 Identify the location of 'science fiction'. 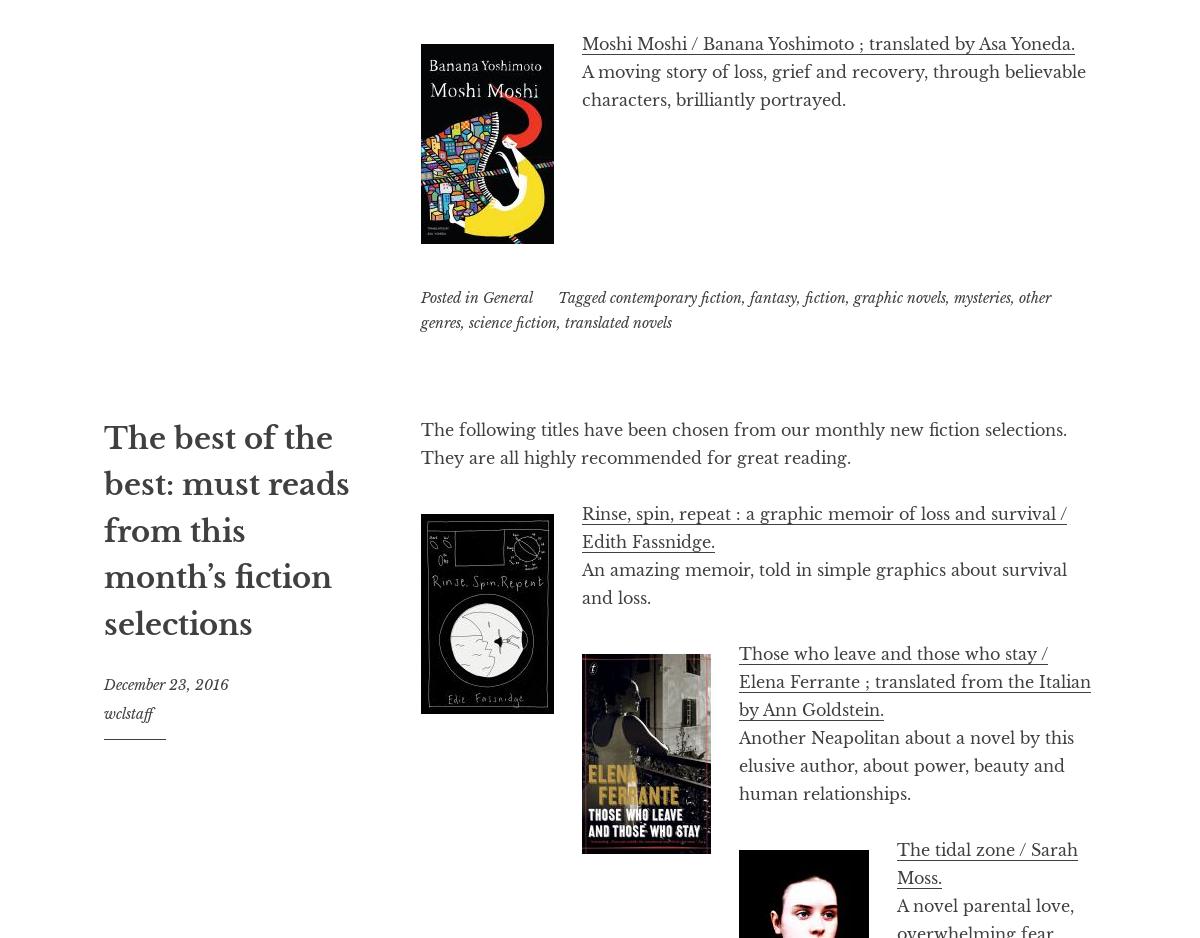
(512, 321).